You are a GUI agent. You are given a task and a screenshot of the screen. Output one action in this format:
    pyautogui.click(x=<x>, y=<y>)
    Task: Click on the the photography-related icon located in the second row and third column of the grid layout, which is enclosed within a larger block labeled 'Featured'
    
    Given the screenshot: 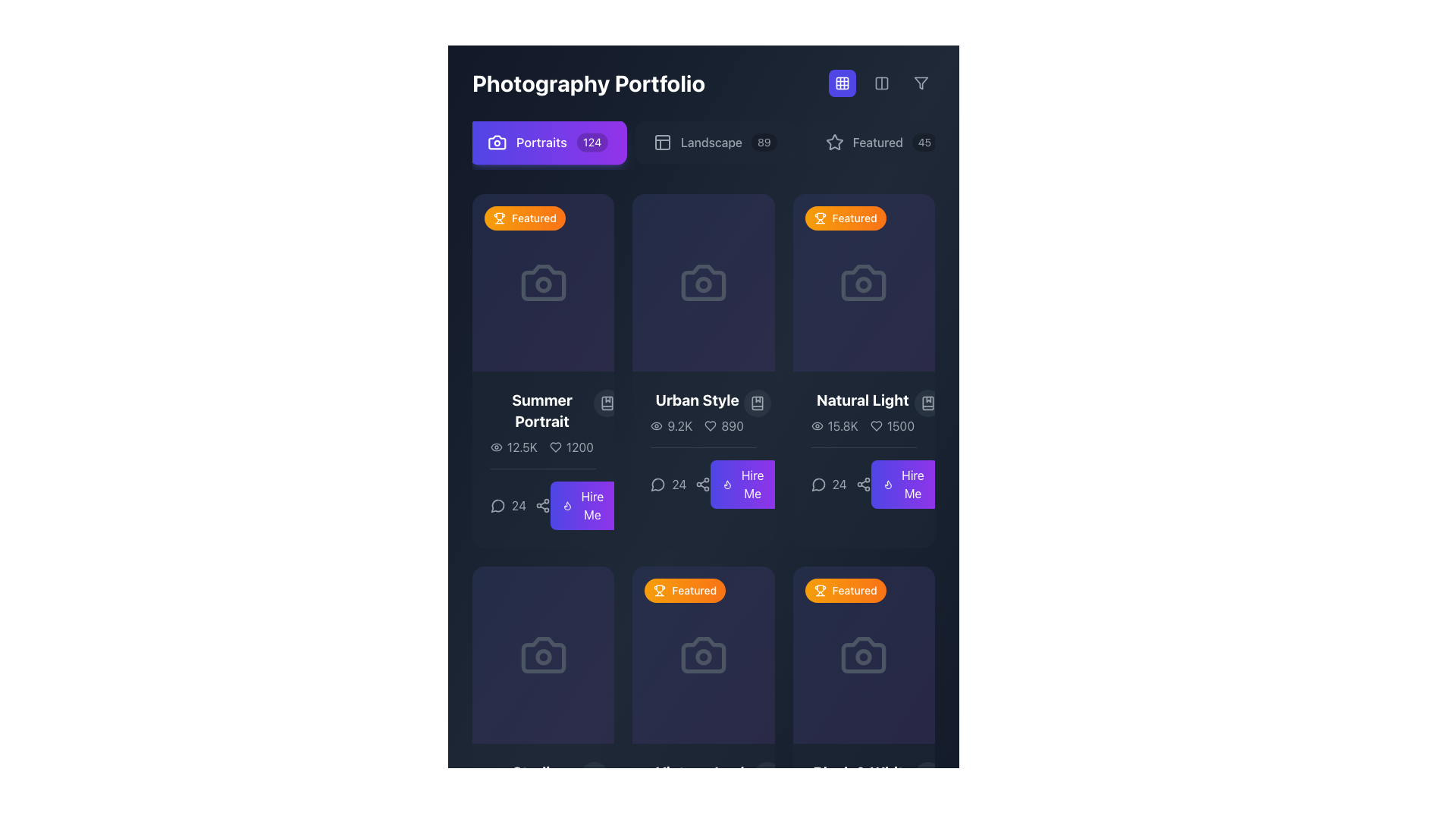 What is the action you would take?
    pyautogui.click(x=864, y=654)
    